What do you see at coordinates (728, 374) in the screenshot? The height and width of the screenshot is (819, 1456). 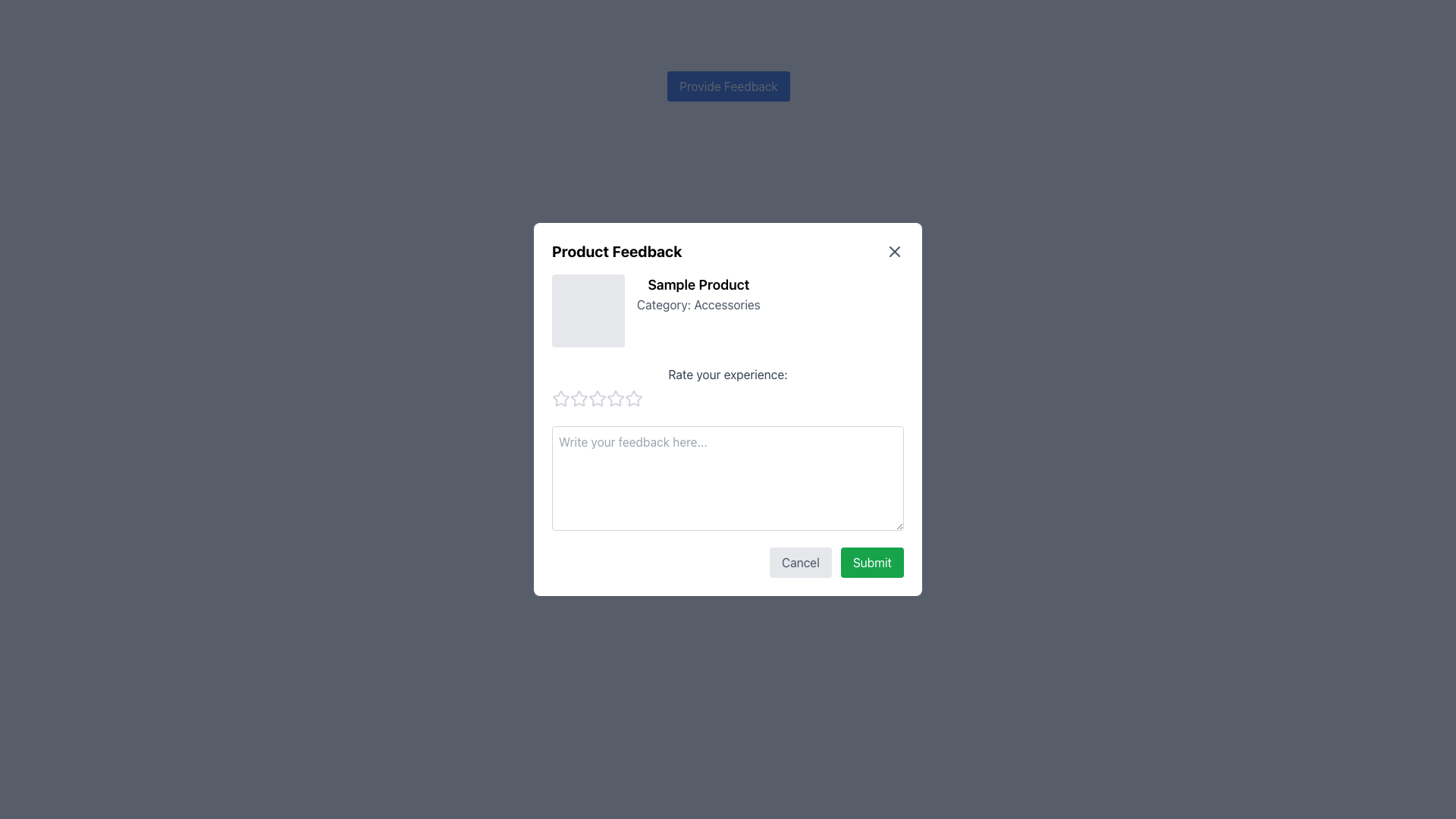 I see `text content of the label instructing users to rate their experience, located in the modal dialogue box titled 'Product Feedback', positioned directly above the star icons for rating` at bounding box center [728, 374].